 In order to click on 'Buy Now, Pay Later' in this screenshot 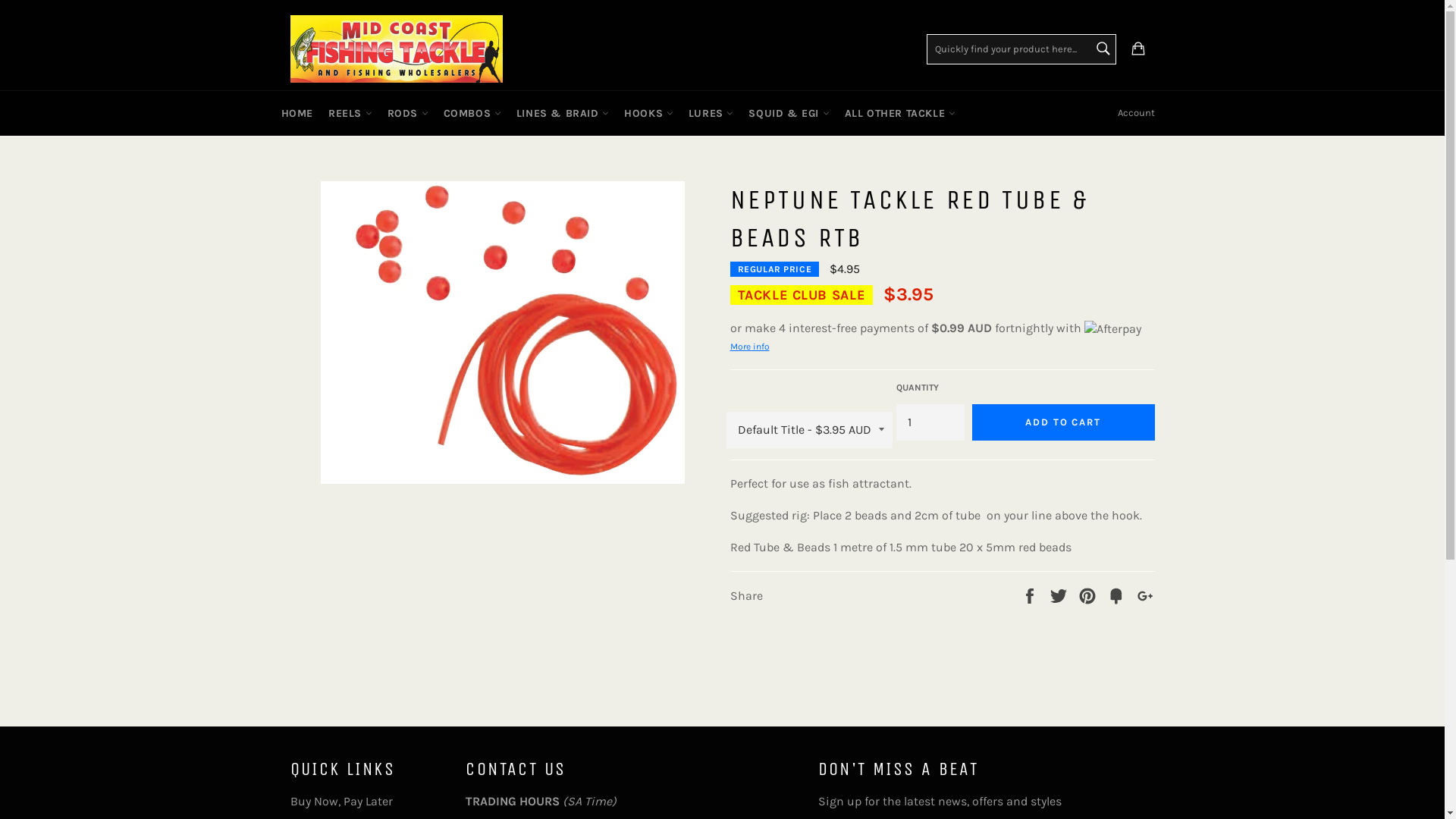, I will do `click(290, 800)`.